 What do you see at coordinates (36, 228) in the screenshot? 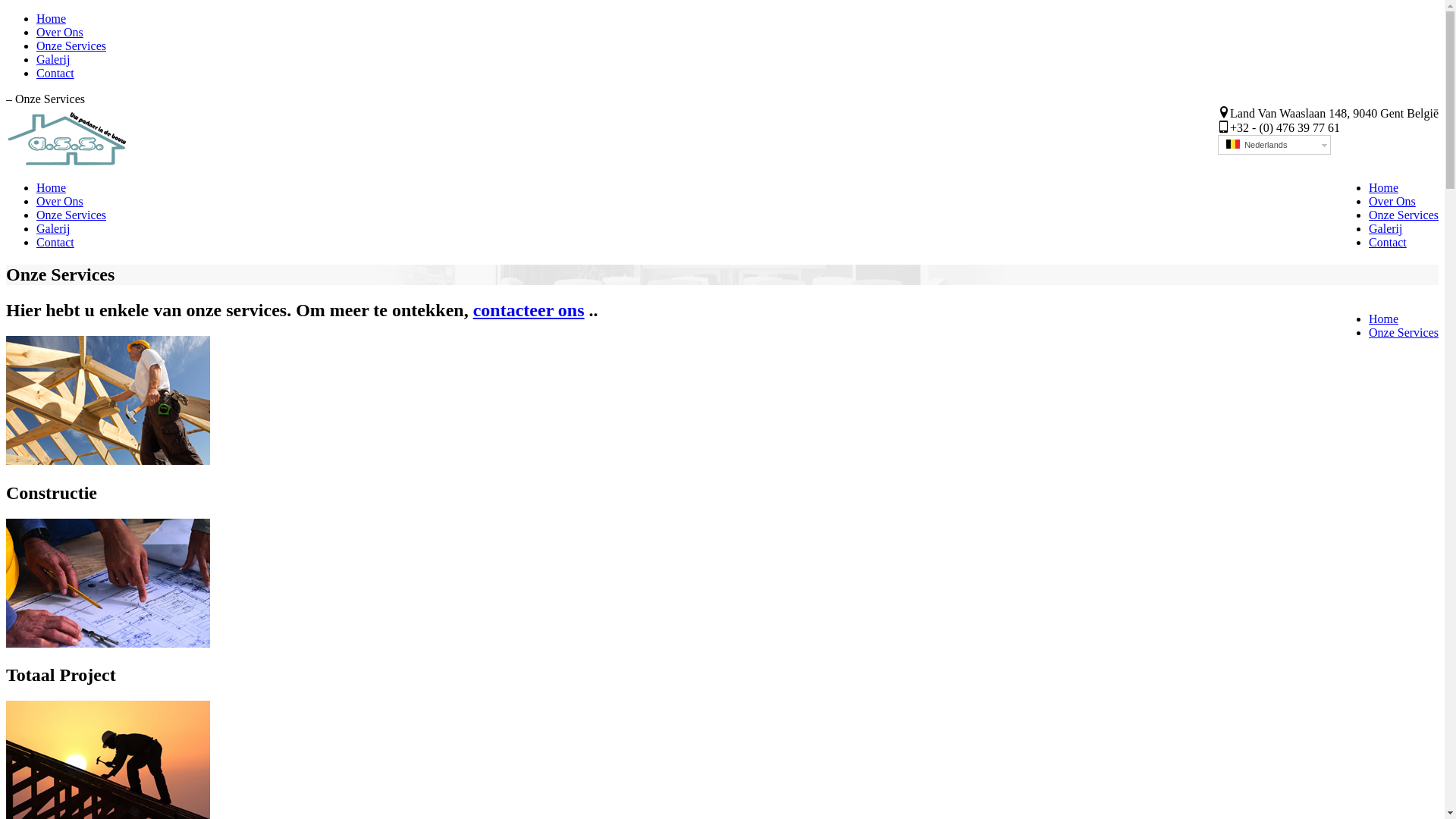
I see `'Galerij'` at bounding box center [36, 228].